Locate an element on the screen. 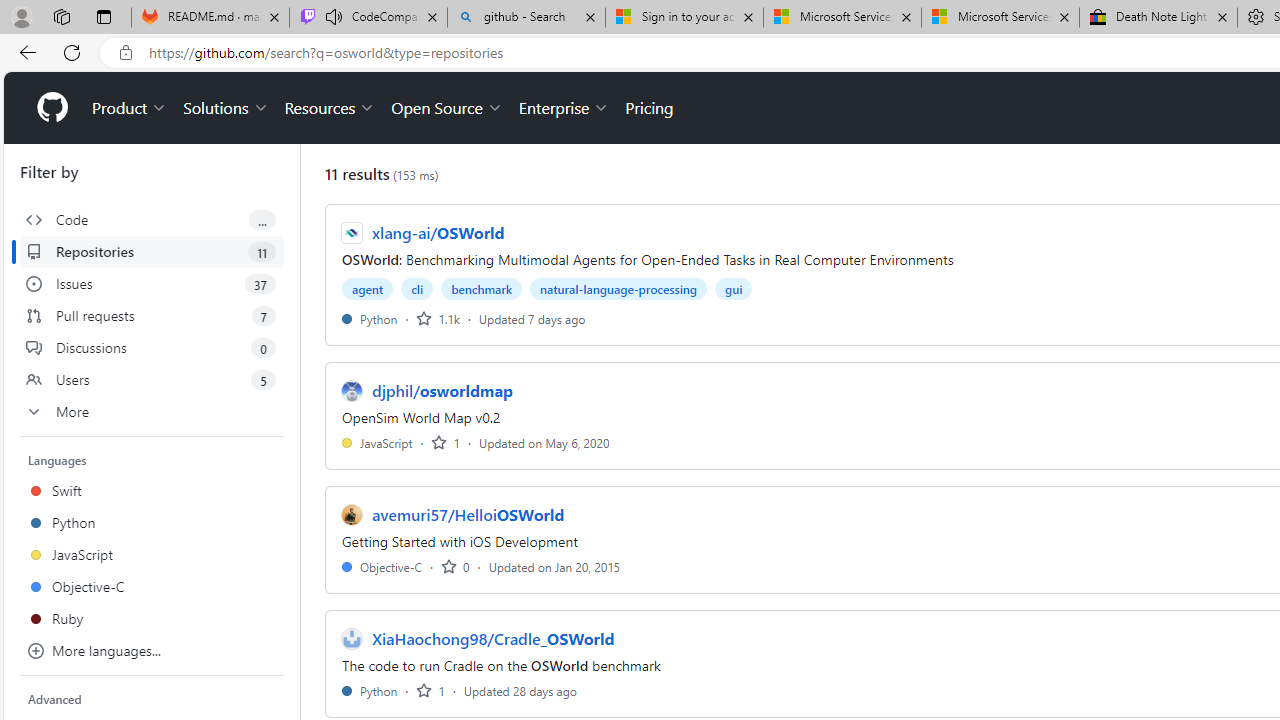 The width and height of the screenshot is (1280, 720). 'Pricing' is located at coordinates (649, 108).